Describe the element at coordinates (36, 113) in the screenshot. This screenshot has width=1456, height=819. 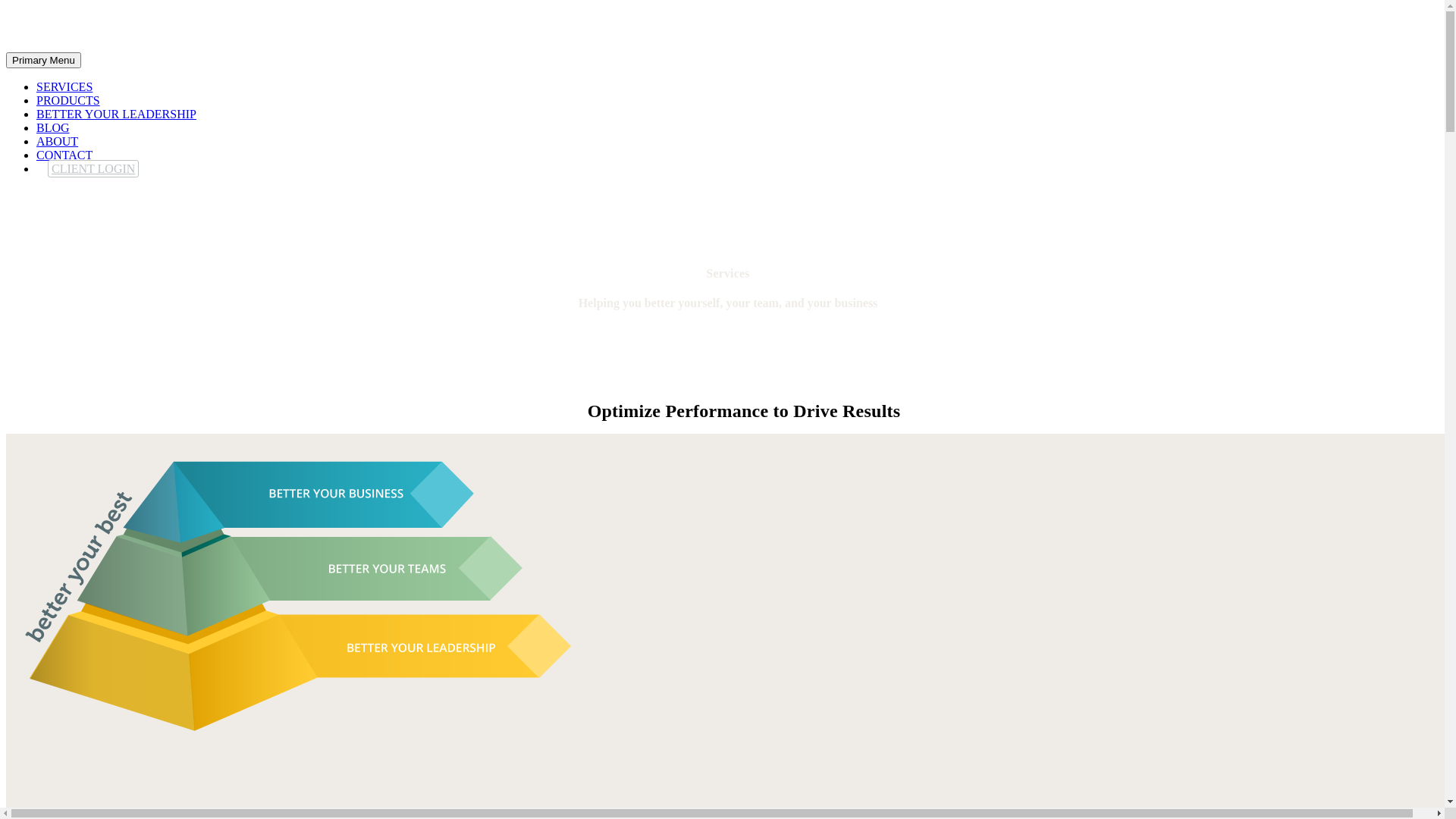
I see `'BETTER YOUR LEADERSHIP'` at that location.